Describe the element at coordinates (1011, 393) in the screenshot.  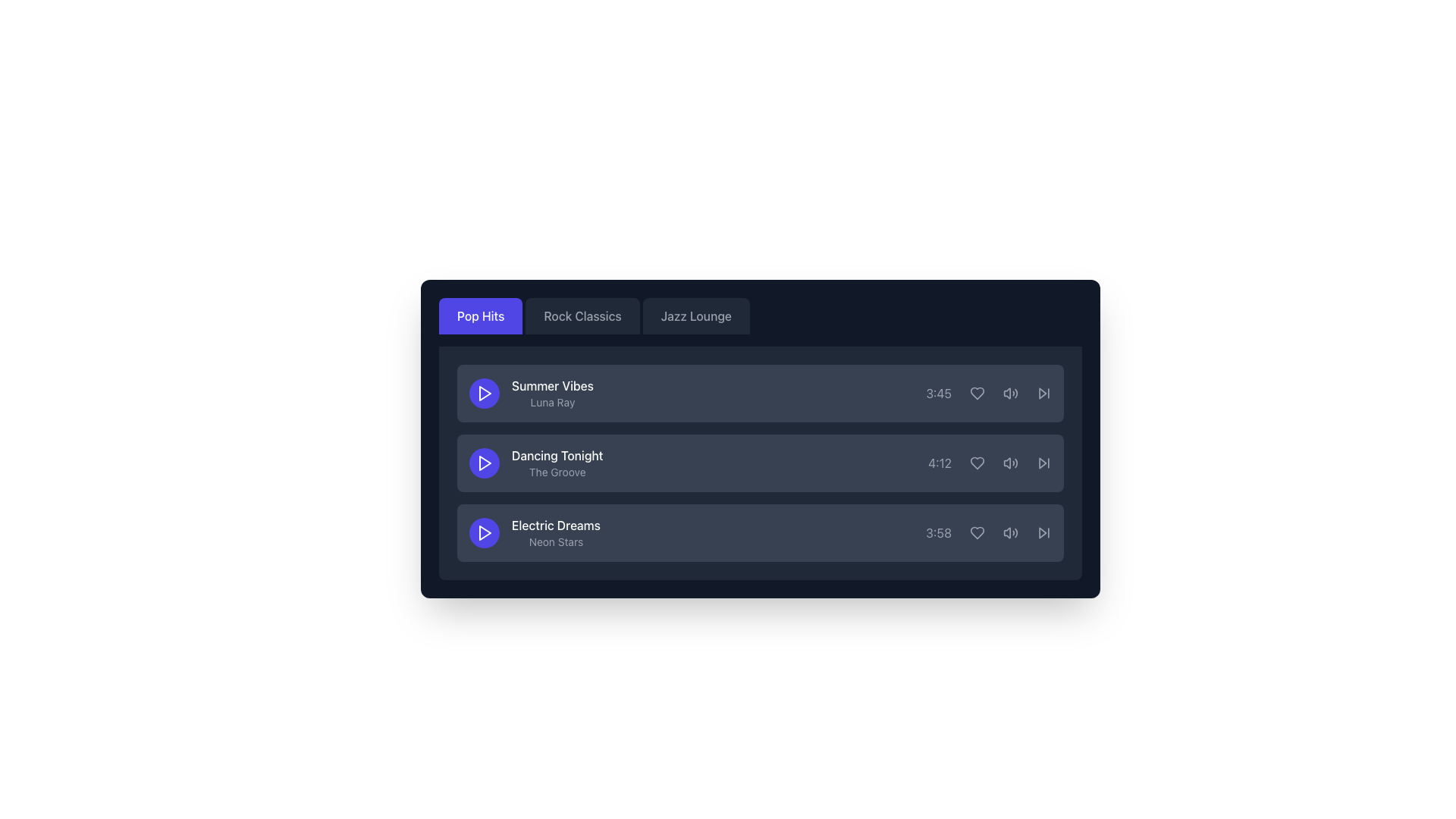
I see `the volume control icon located to the right of the '3:45' text and heart icon` at that location.